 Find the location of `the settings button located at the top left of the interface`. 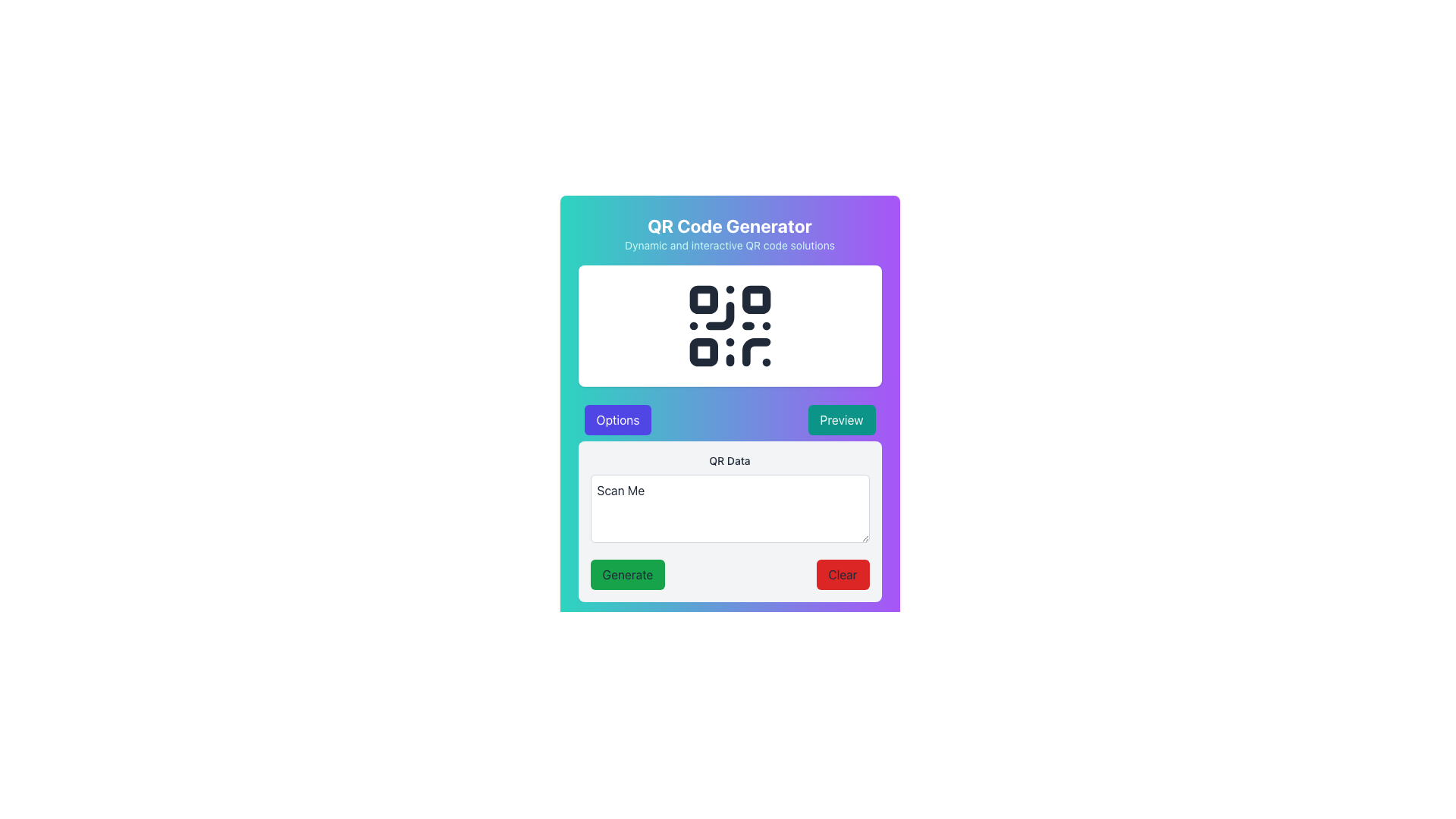

the settings button located at the top left of the interface is located at coordinates (617, 420).